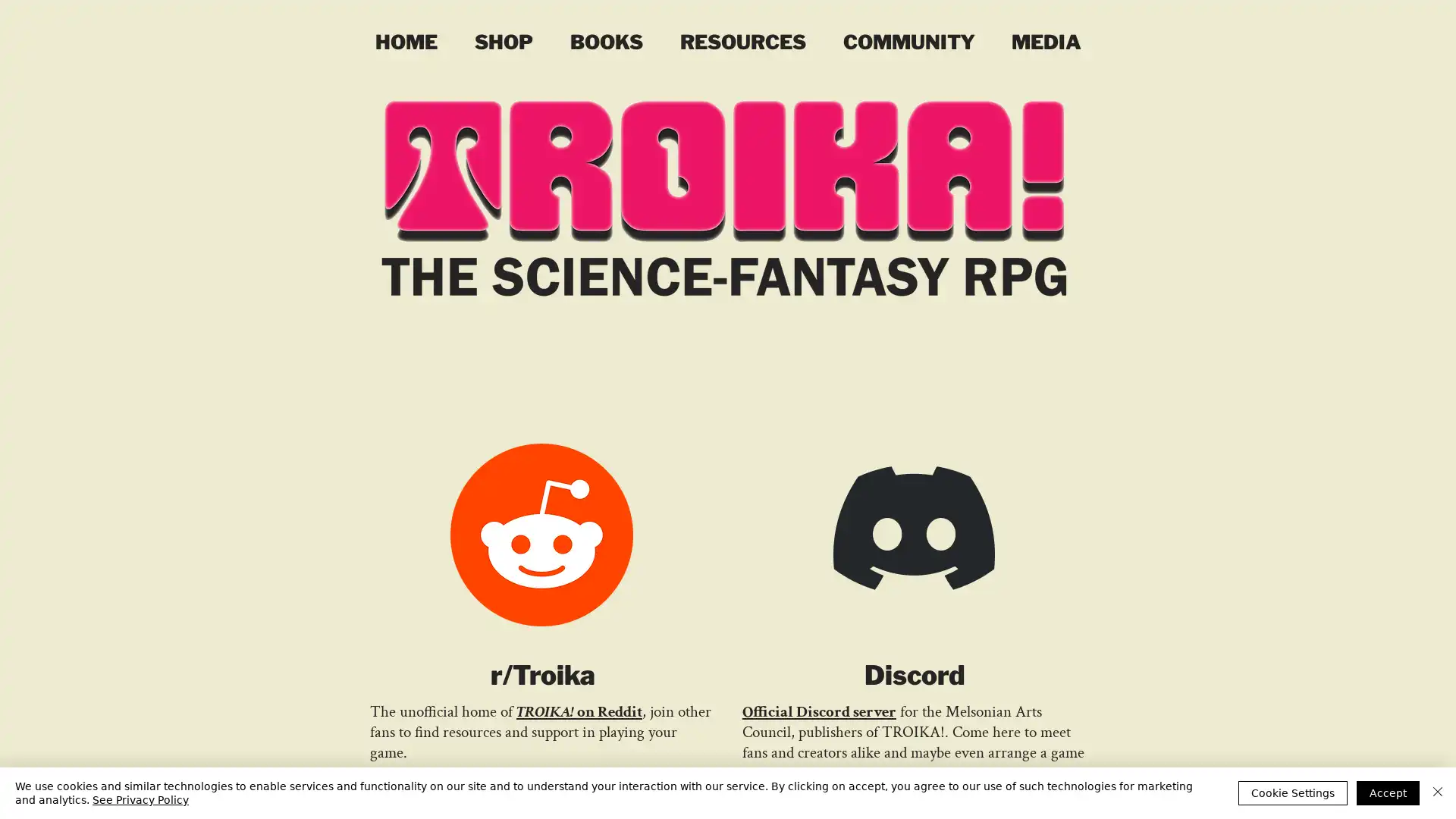  Describe the element at coordinates (1388, 792) in the screenshot. I see `Accept` at that location.